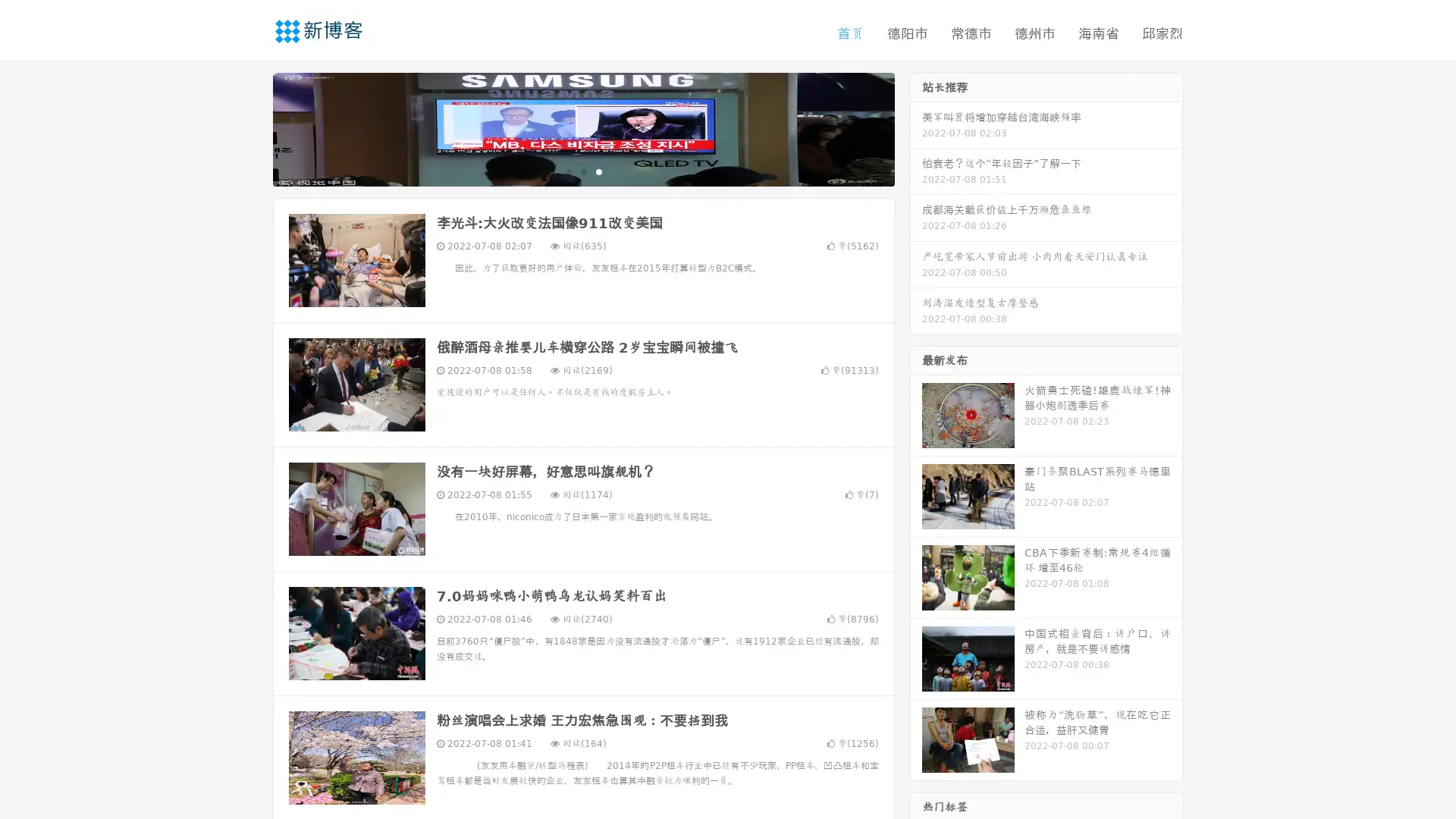 This screenshot has width=1456, height=819. What do you see at coordinates (916, 127) in the screenshot?
I see `Next slide` at bounding box center [916, 127].